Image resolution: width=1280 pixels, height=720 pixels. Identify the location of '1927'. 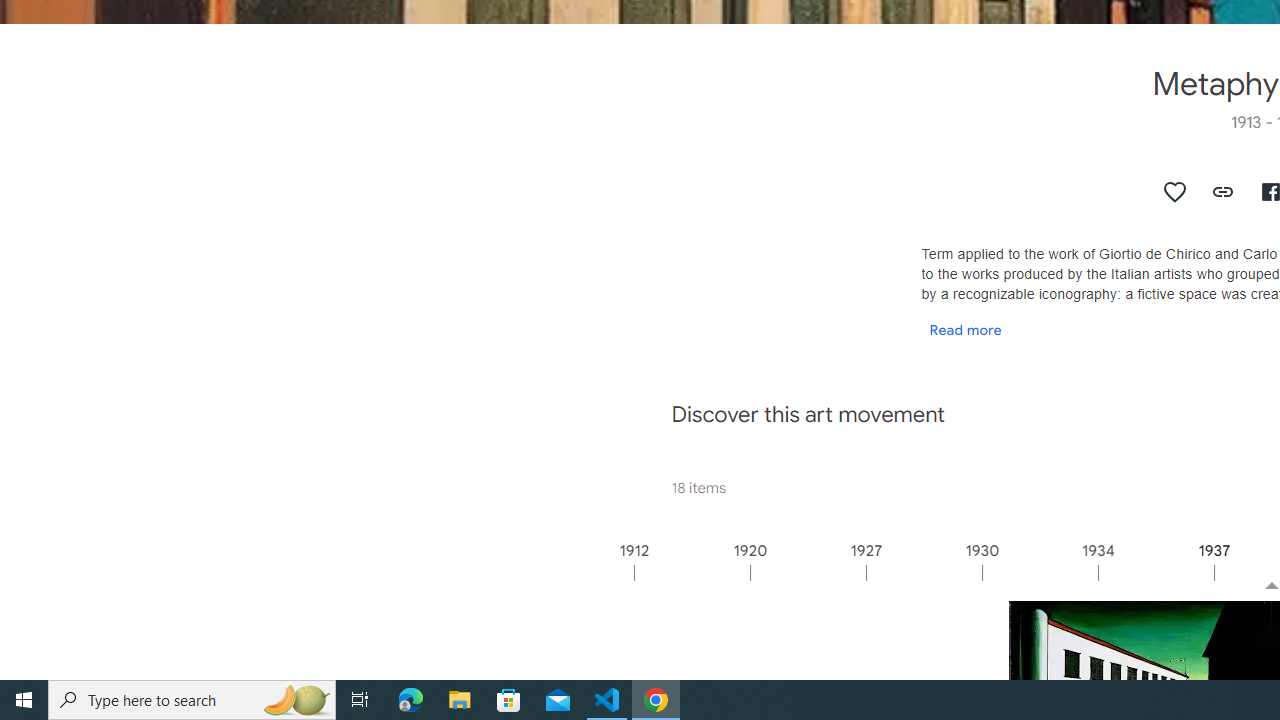
(922, 572).